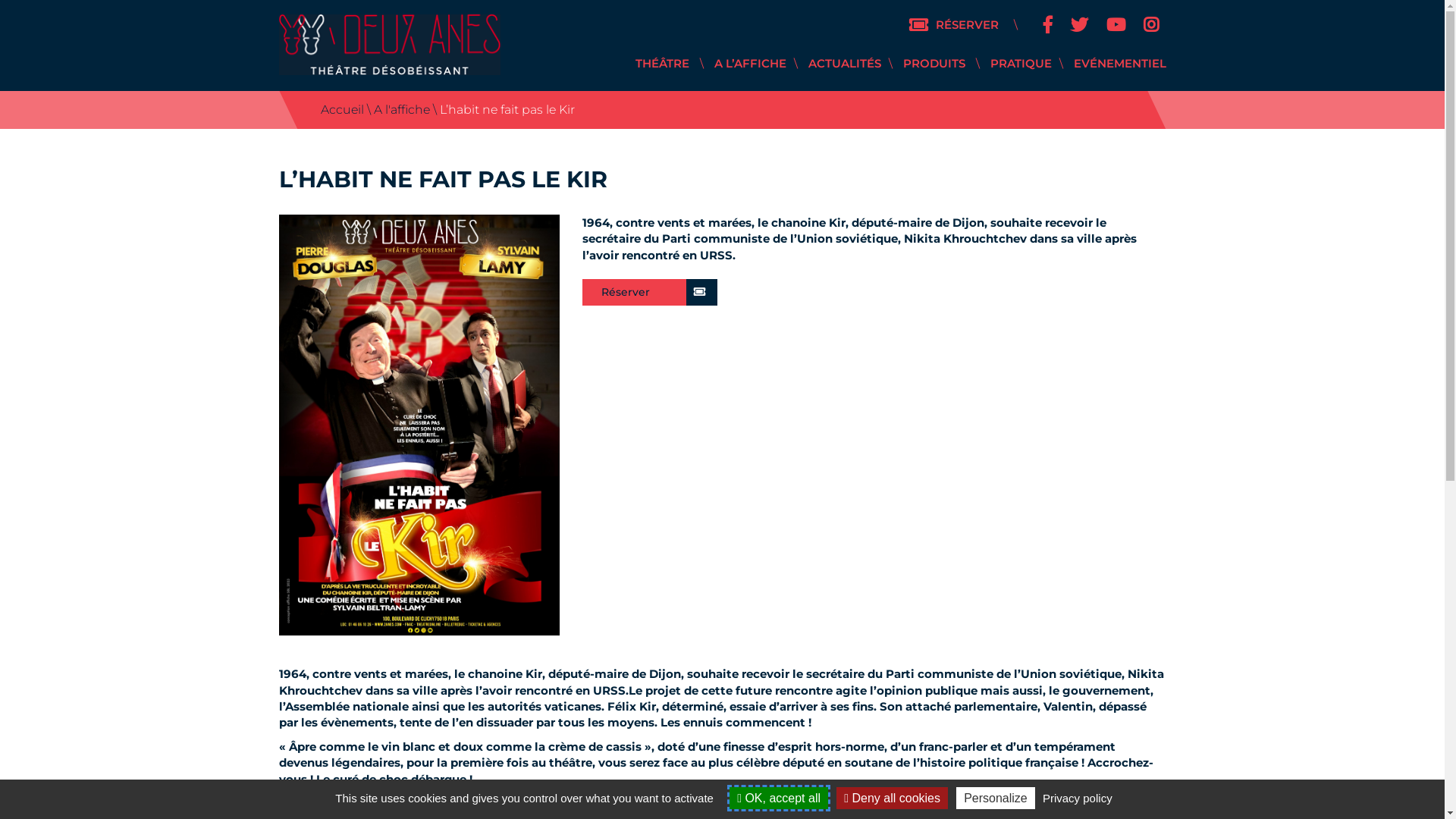  I want to click on 'Personalize', so click(996, 797).